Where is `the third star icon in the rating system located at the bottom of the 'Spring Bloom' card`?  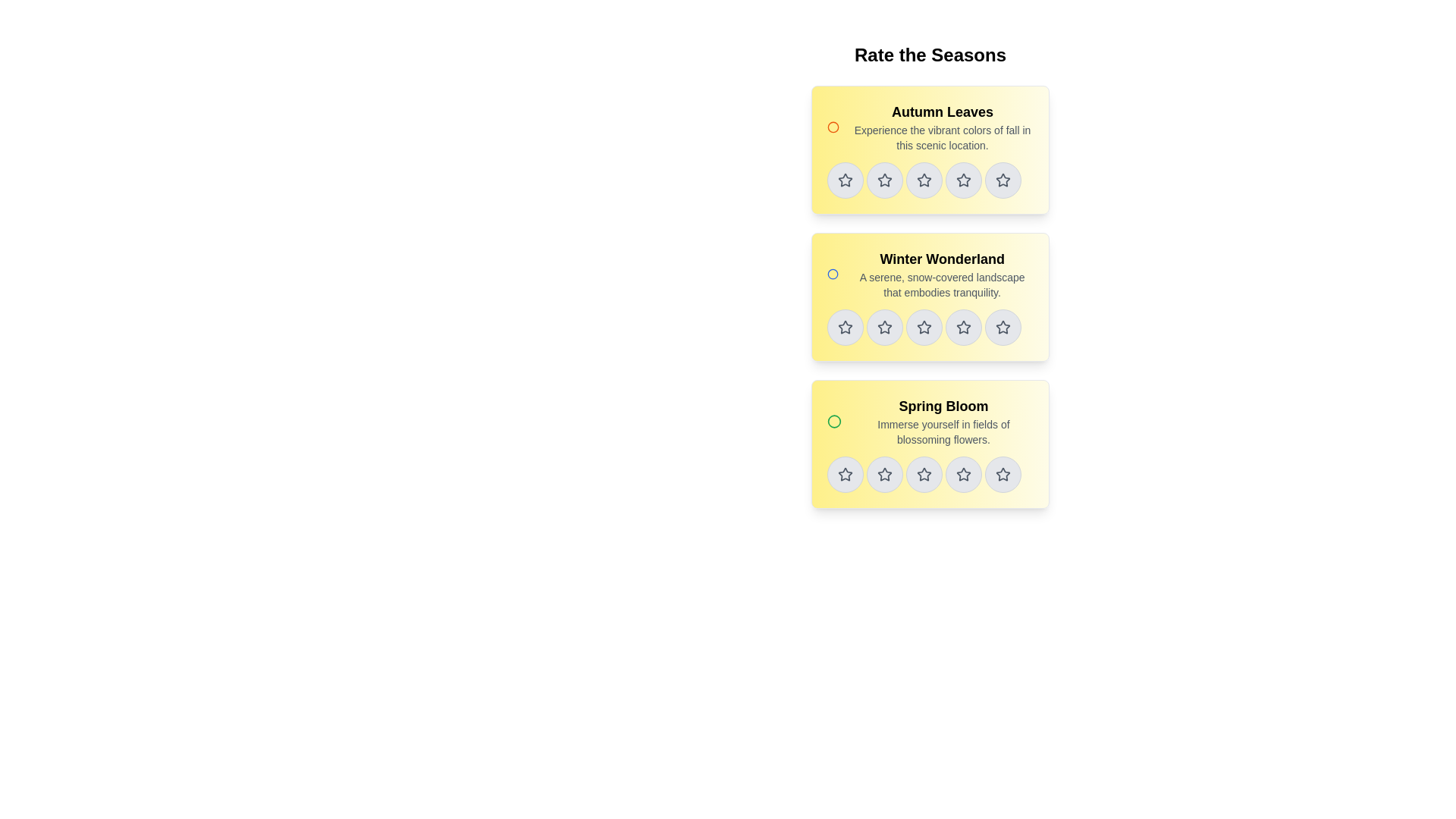 the third star icon in the rating system located at the bottom of the 'Spring Bloom' card is located at coordinates (924, 473).